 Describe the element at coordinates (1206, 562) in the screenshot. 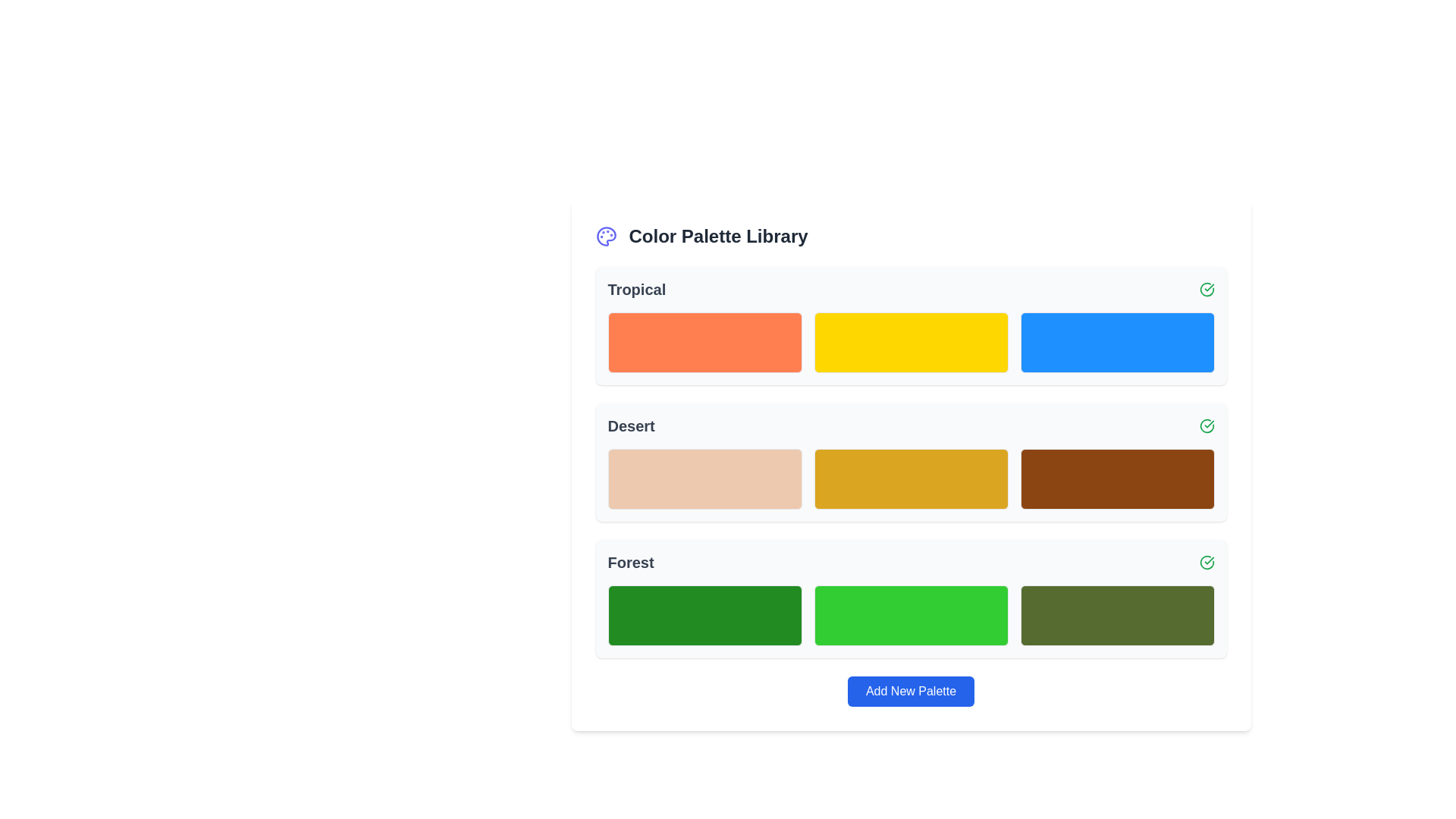

I see `the SVG graphic indicator for the 'Desert' palette row, which signifies an active or selected state in the associated palette group` at that location.